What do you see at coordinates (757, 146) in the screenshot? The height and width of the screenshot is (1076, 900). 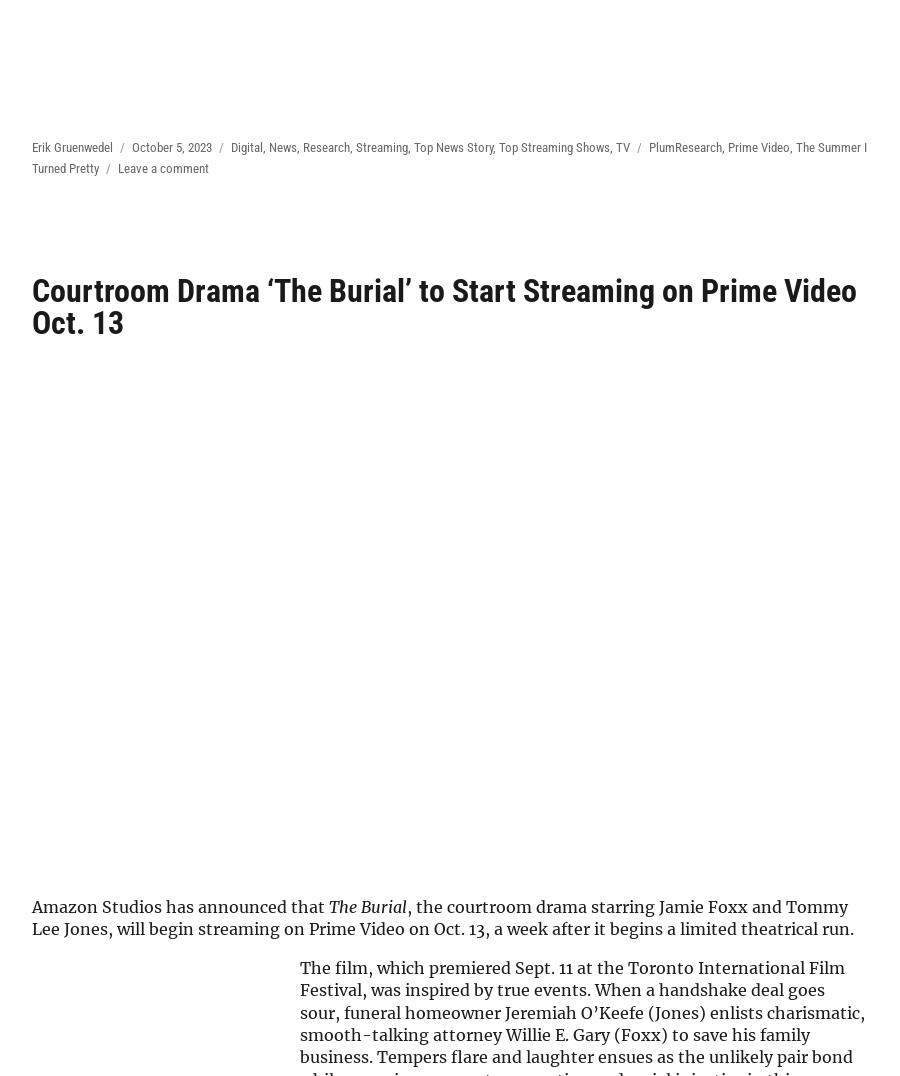 I see `'Prime Video'` at bounding box center [757, 146].